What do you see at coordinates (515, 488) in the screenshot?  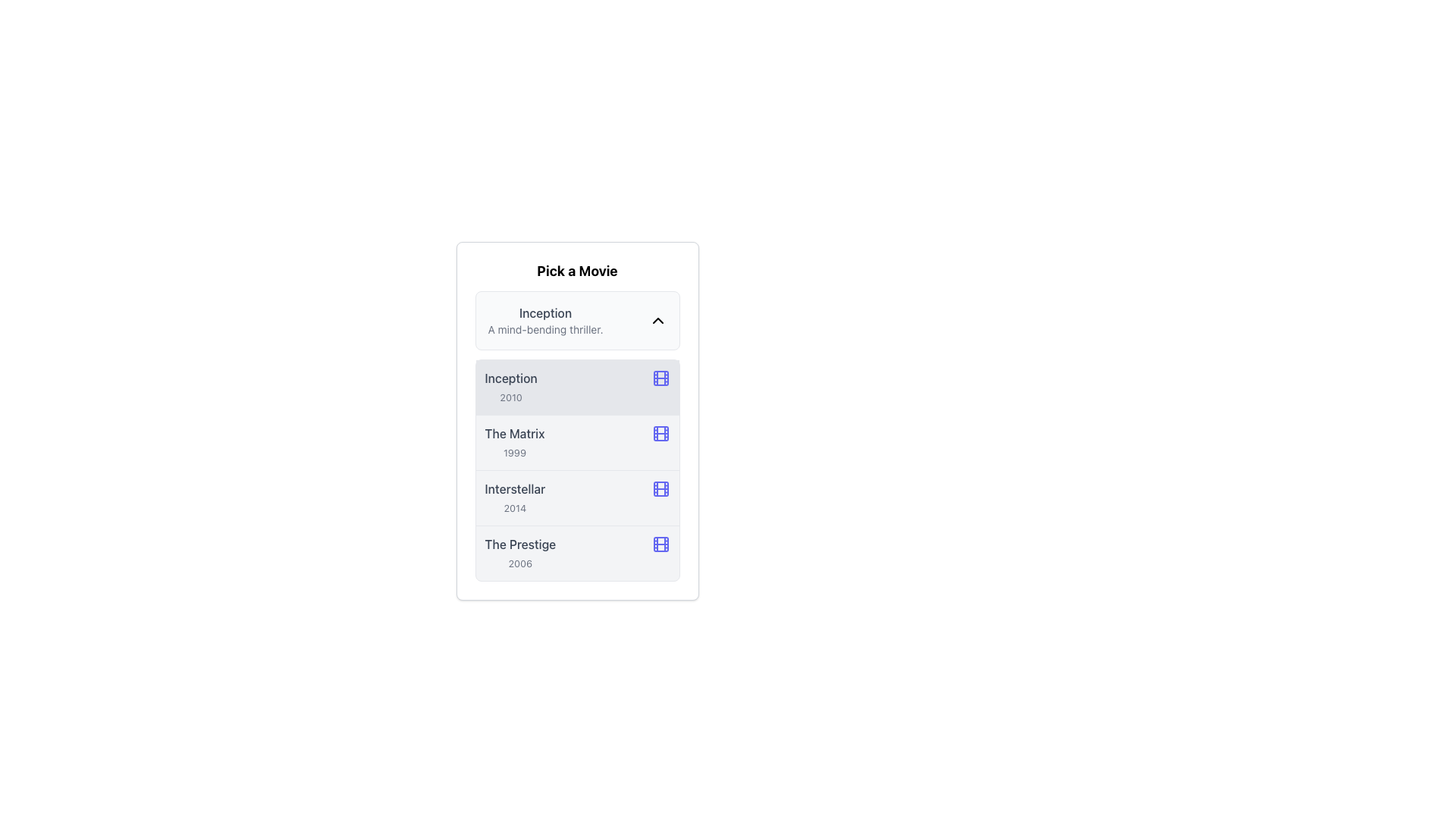 I see `text label displaying 'Interstellar' which is located in the third item of a vertically stacked list, between 'The Matrix' and 'The Prestige'` at bounding box center [515, 488].